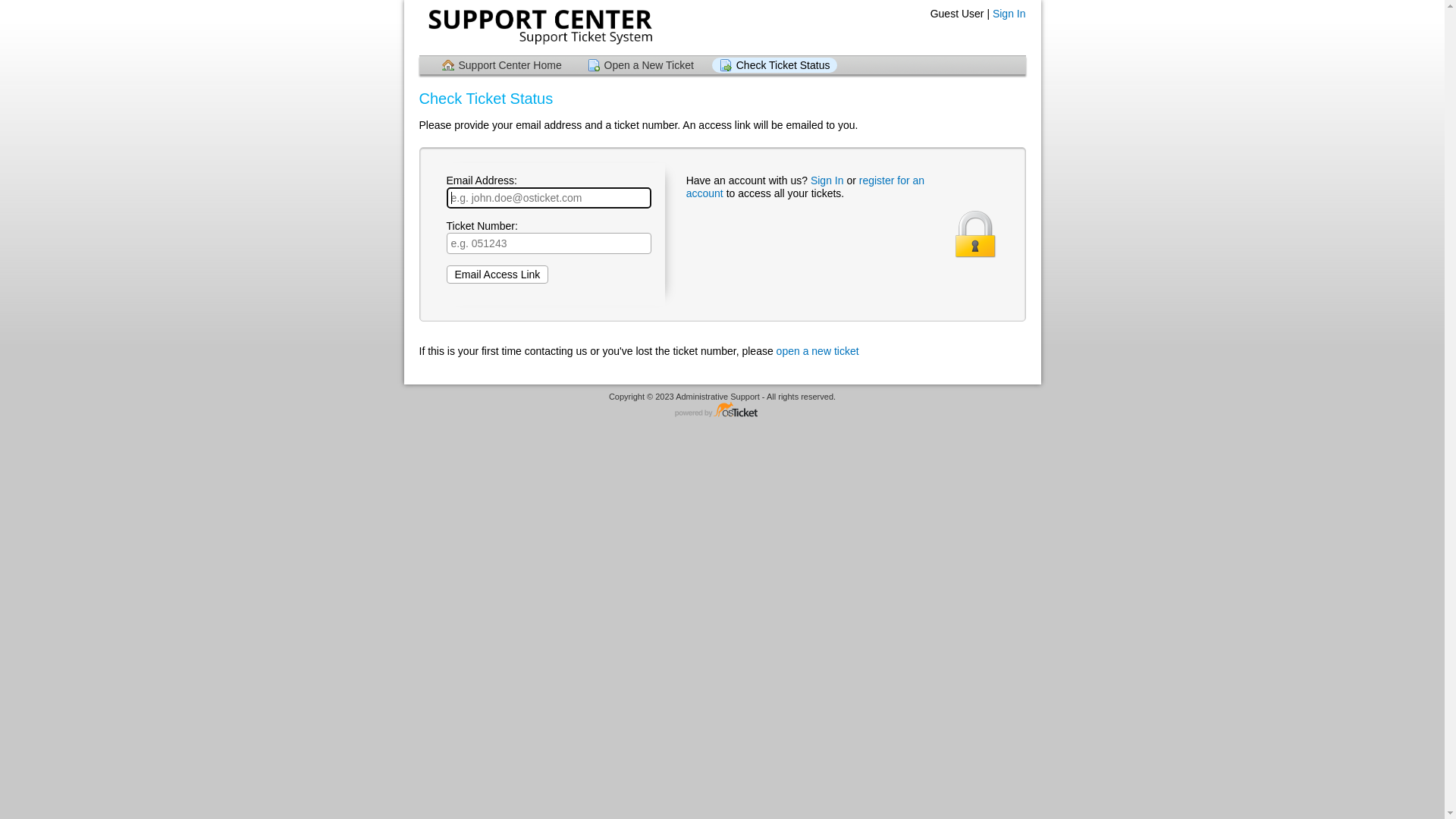 The height and width of the screenshot is (819, 1456). Describe the element at coordinates (722, 410) in the screenshot. I see `'Helpdesk software - powered by osTicket'` at that location.